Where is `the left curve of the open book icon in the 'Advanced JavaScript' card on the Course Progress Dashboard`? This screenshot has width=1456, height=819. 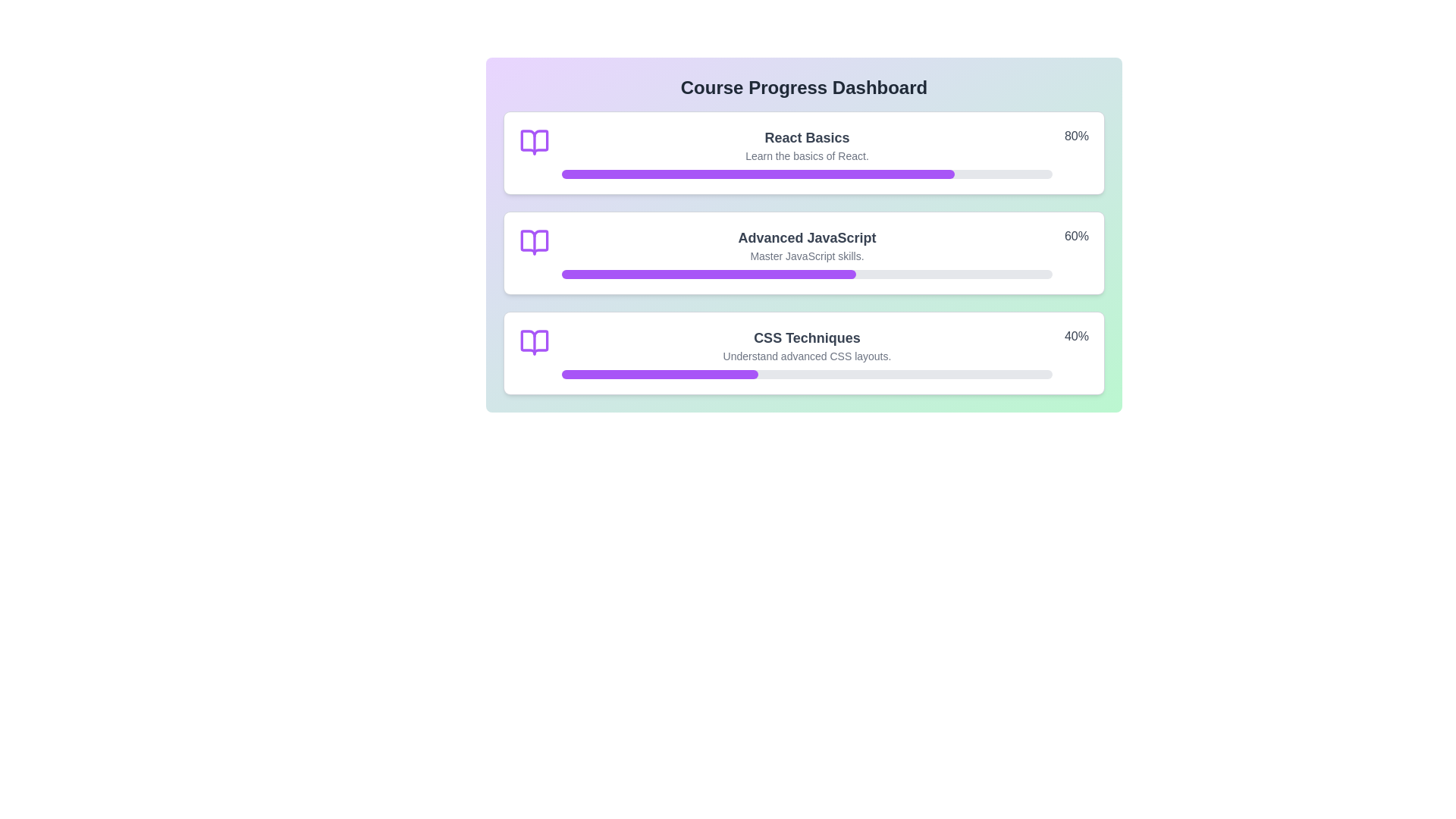 the left curve of the open book icon in the 'Advanced JavaScript' card on the Course Progress Dashboard is located at coordinates (535, 242).